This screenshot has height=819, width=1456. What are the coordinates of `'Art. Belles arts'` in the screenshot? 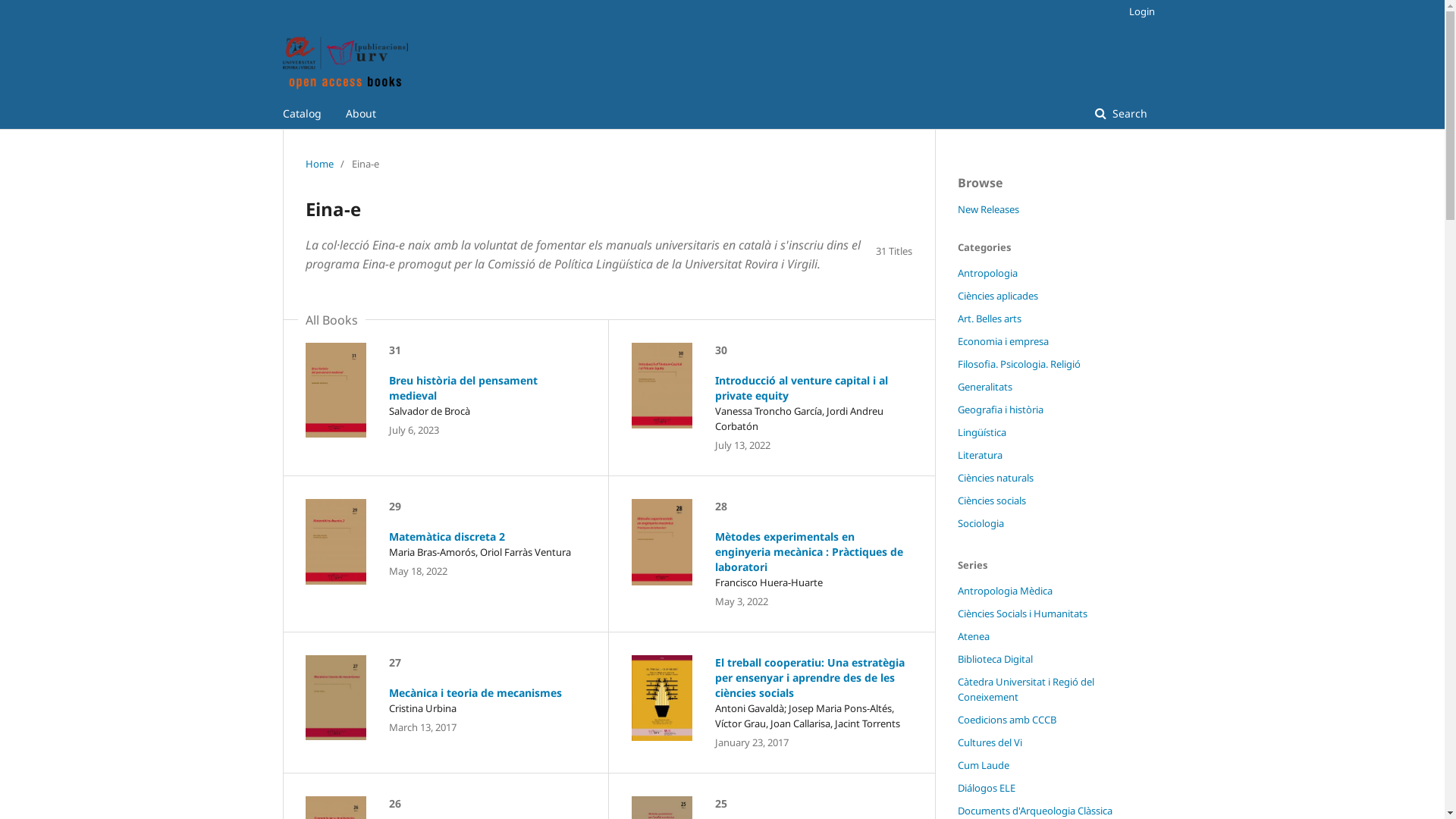 It's located at (989, 318).